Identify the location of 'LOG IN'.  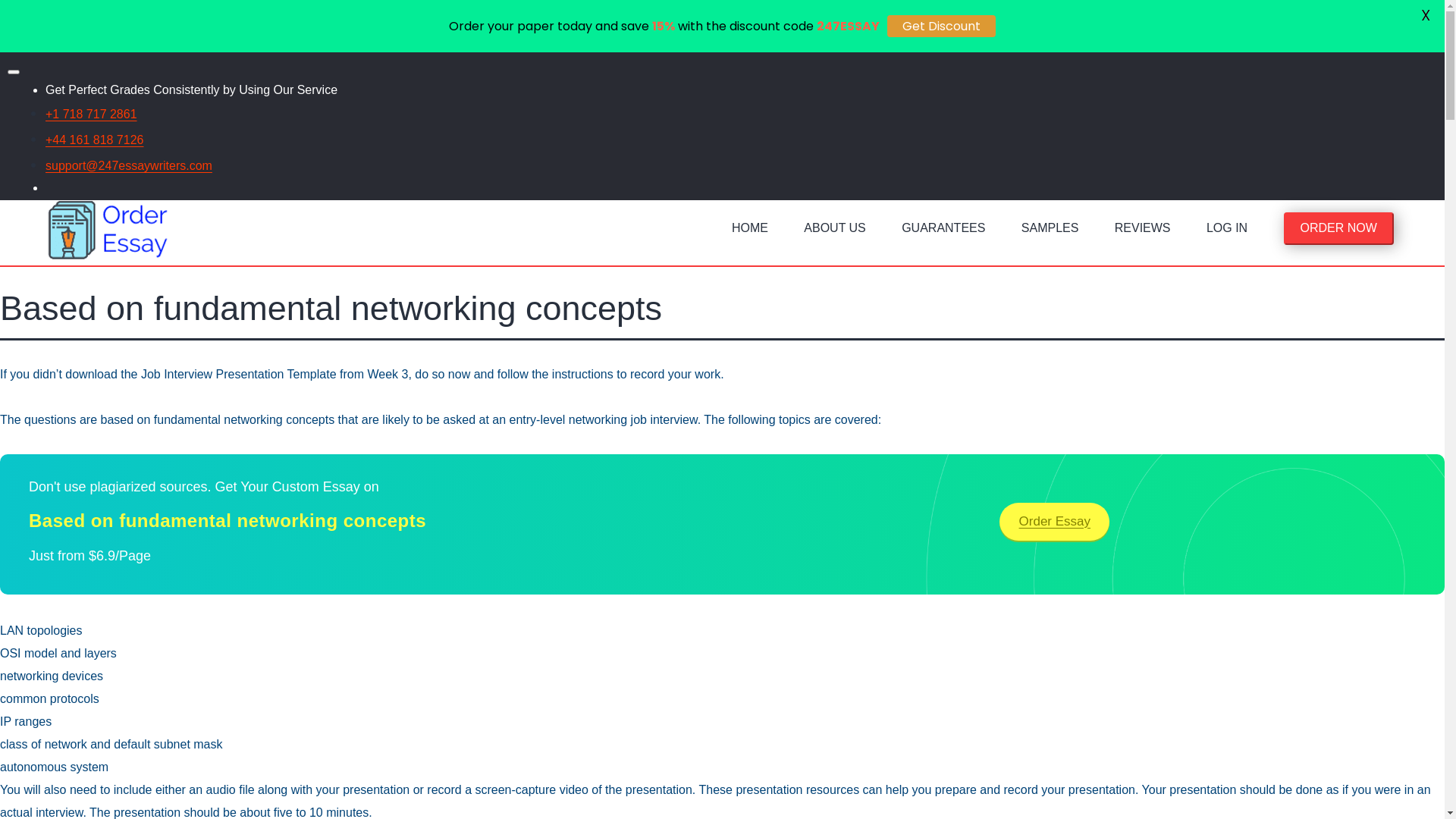
(1227, 232).